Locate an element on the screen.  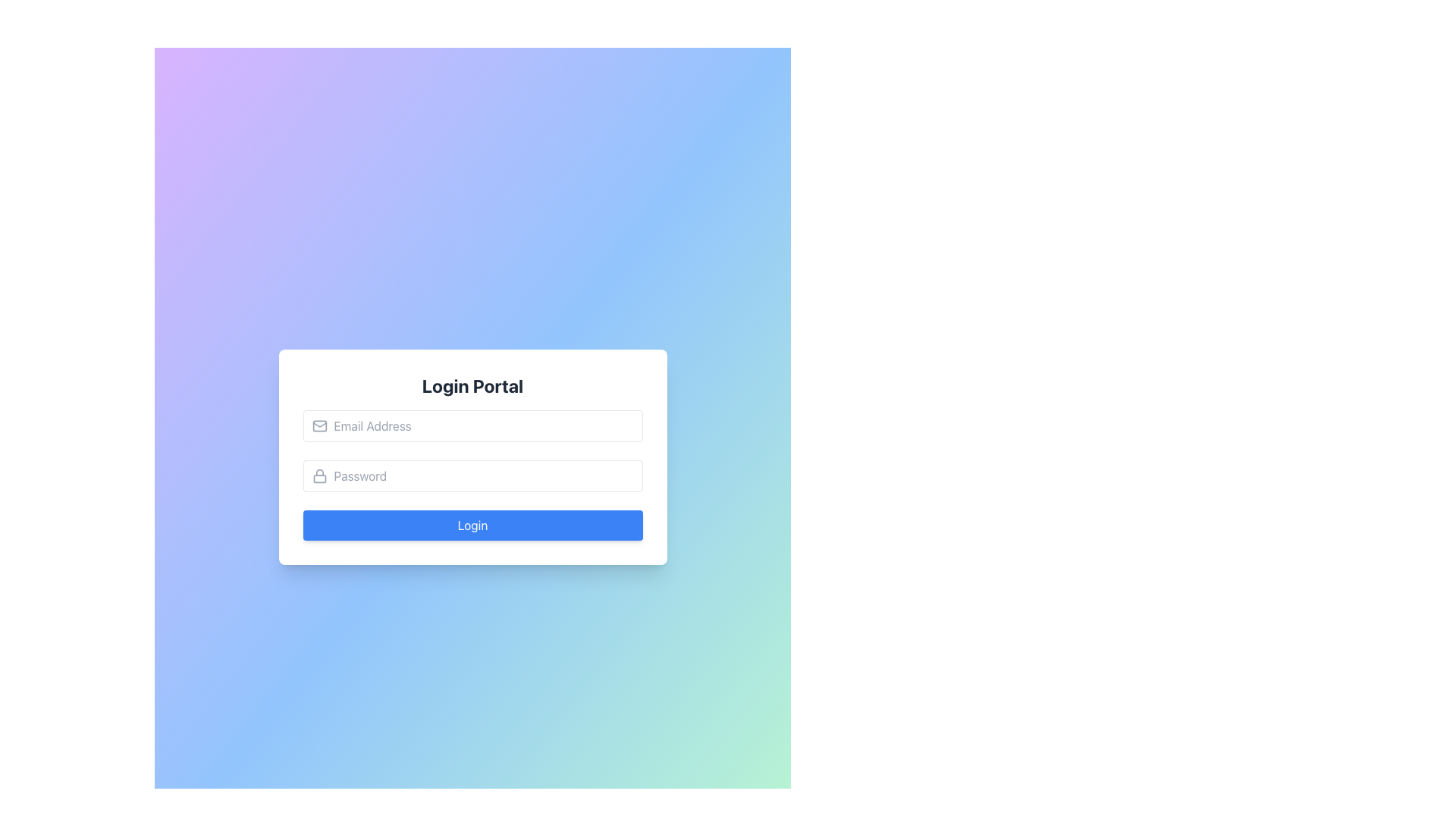
the topmost rectangle of the padlock icon, which is located to the left of the 'Password' input field in the login form is located at coordinates (318, 479).